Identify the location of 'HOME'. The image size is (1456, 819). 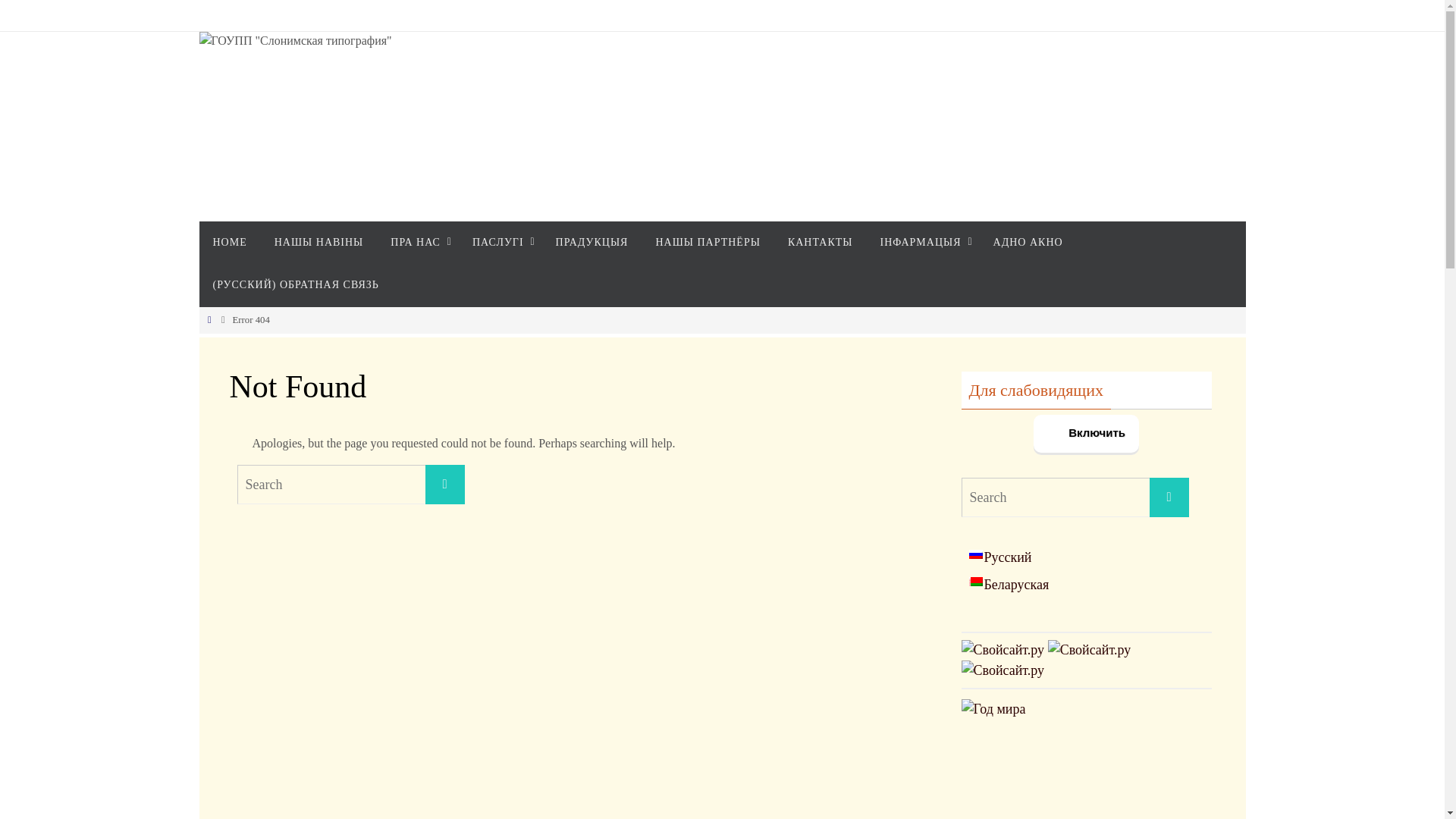
(228, 242).